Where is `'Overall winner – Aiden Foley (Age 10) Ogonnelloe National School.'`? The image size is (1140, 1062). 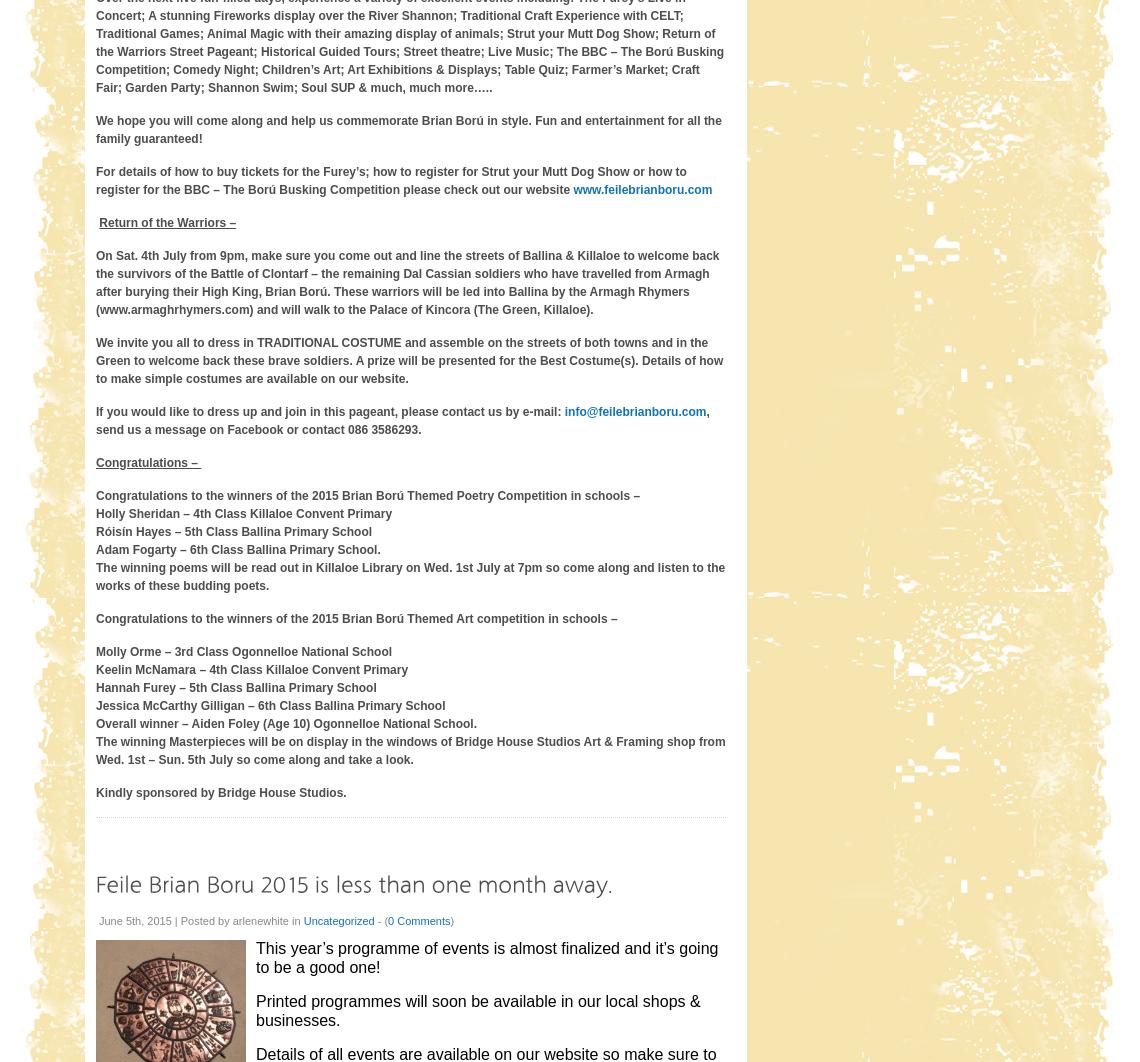 'Overall winner – Aiden Foley (Age 10) Ogonnelloe National School.' is located at coordinates (94, 723).